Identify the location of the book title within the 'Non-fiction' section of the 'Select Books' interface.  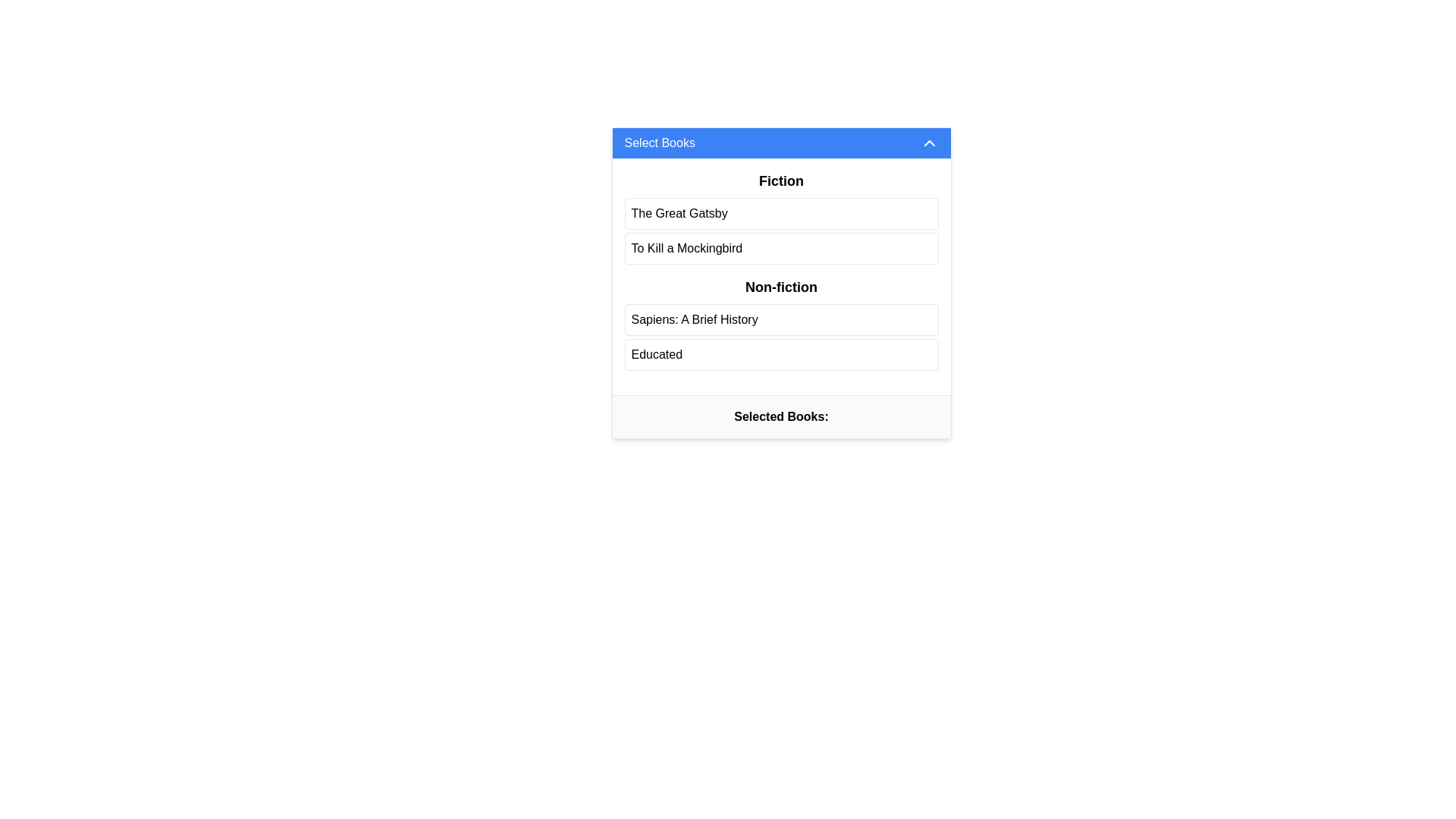
(781, 323).